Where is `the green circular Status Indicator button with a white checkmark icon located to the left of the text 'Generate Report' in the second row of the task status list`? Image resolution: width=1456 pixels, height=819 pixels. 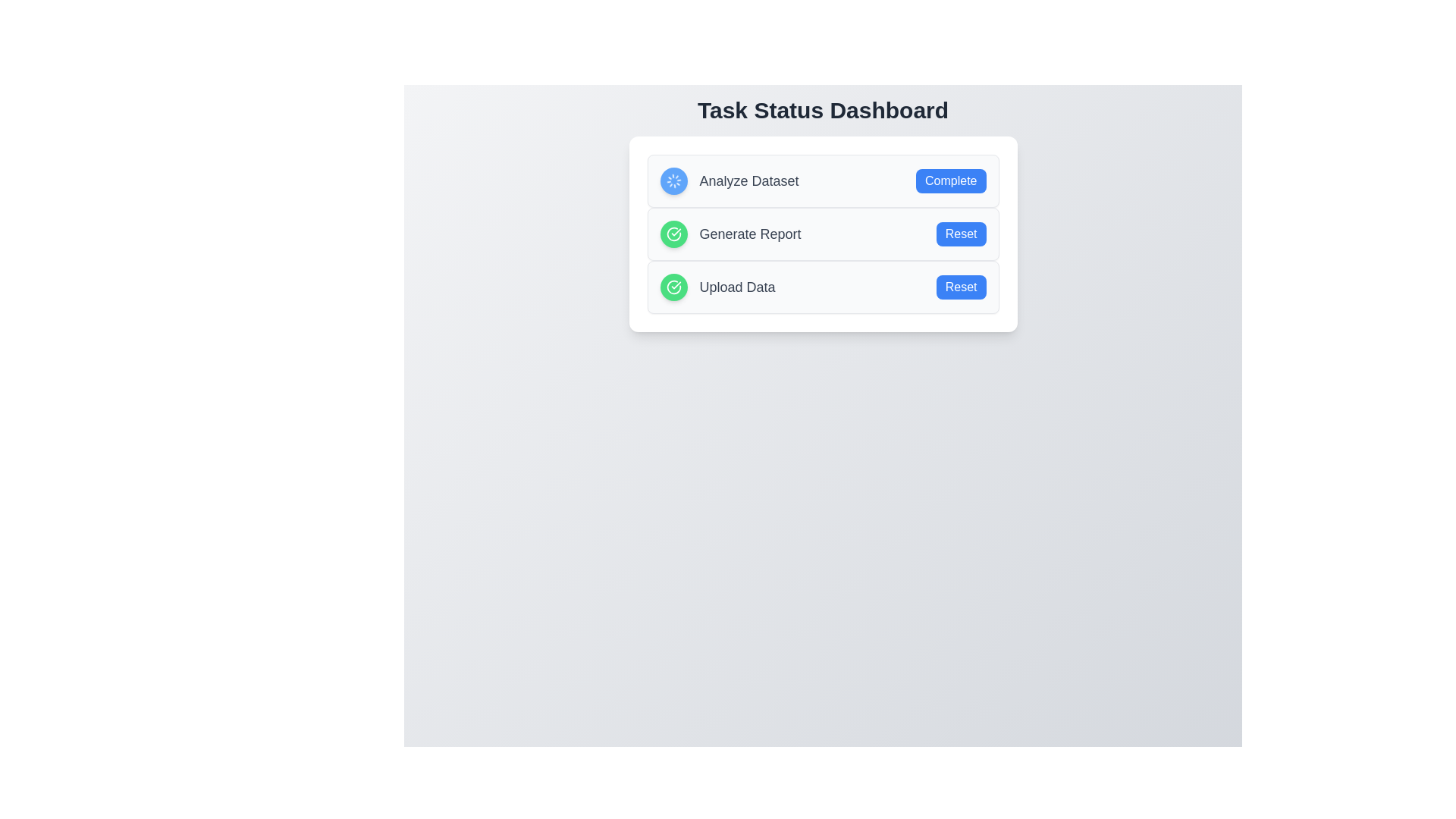 the green circular Status Indicator button with a white checkmark icon located to the left of the text 'Generate Report' in the second row of the task status list is located at coordinates (673, 234).